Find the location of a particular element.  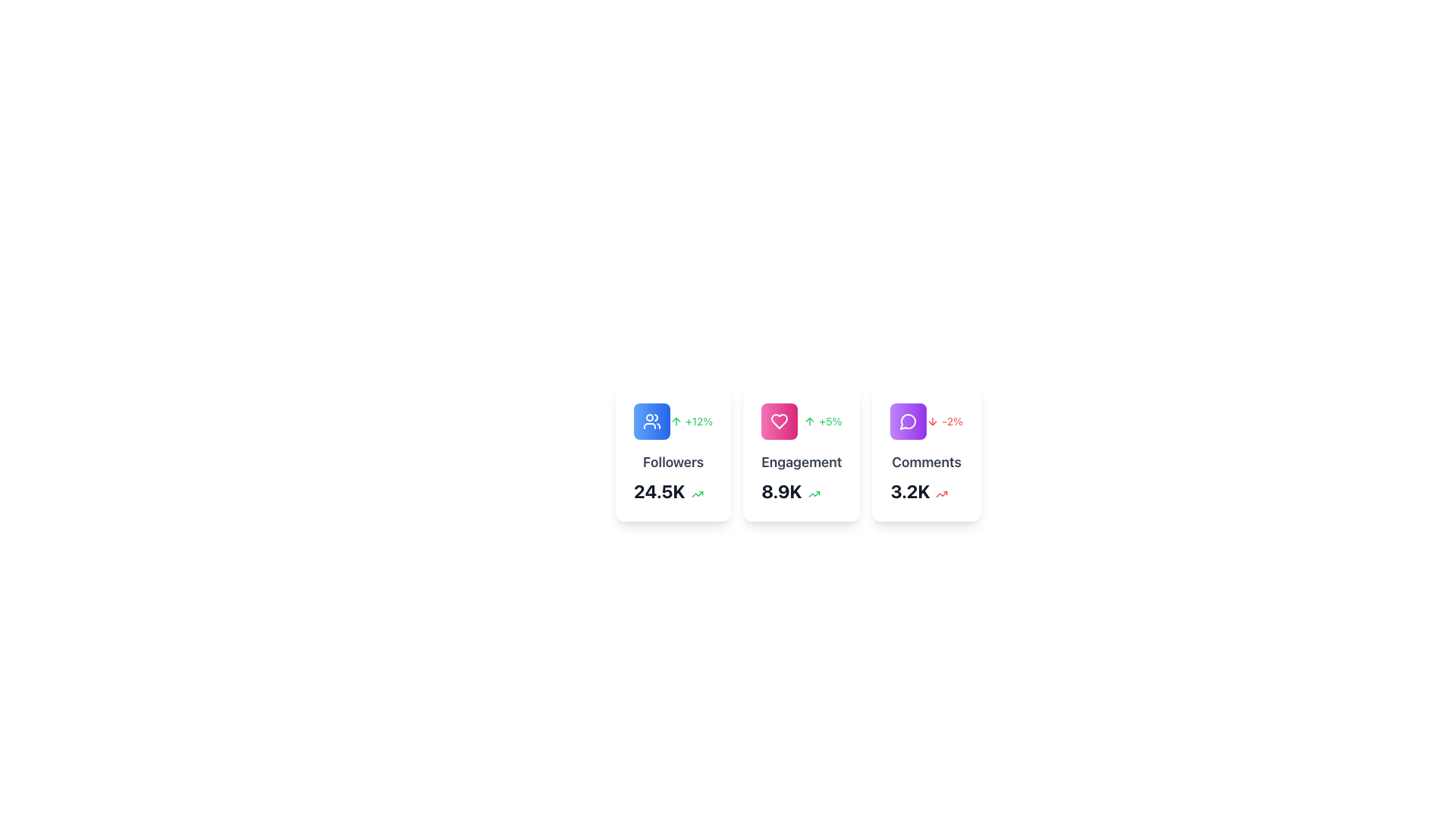

displayed text '24.5K' from the bold text indicator located beneath the 'Followers' label, which is the leftmost among three horizontal statistic indicators is located at coordinates (659, 491).